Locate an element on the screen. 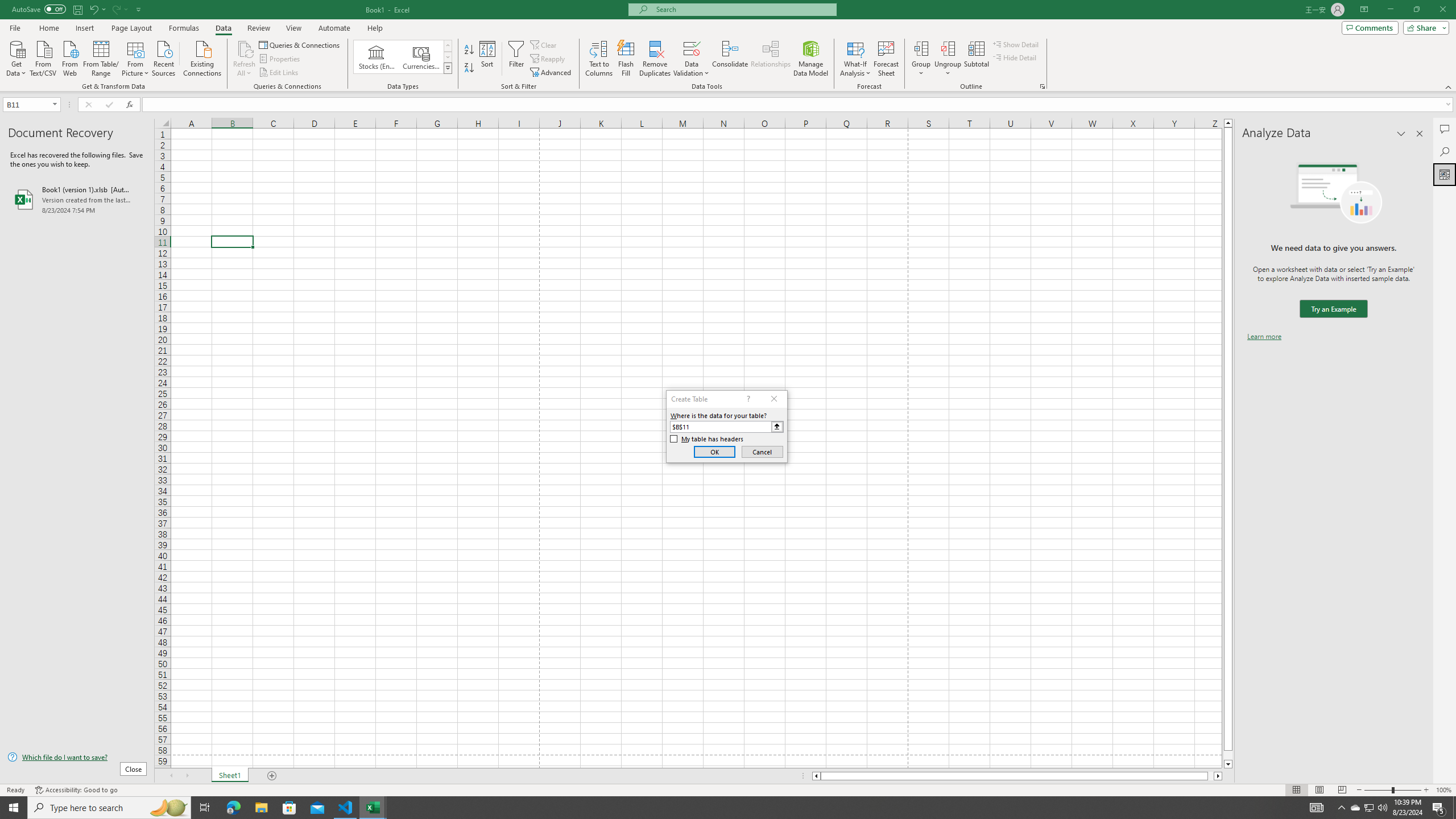 The width and height of the screenshot is (1456, 819). 'Properties' is located at coordinates (280, 59).